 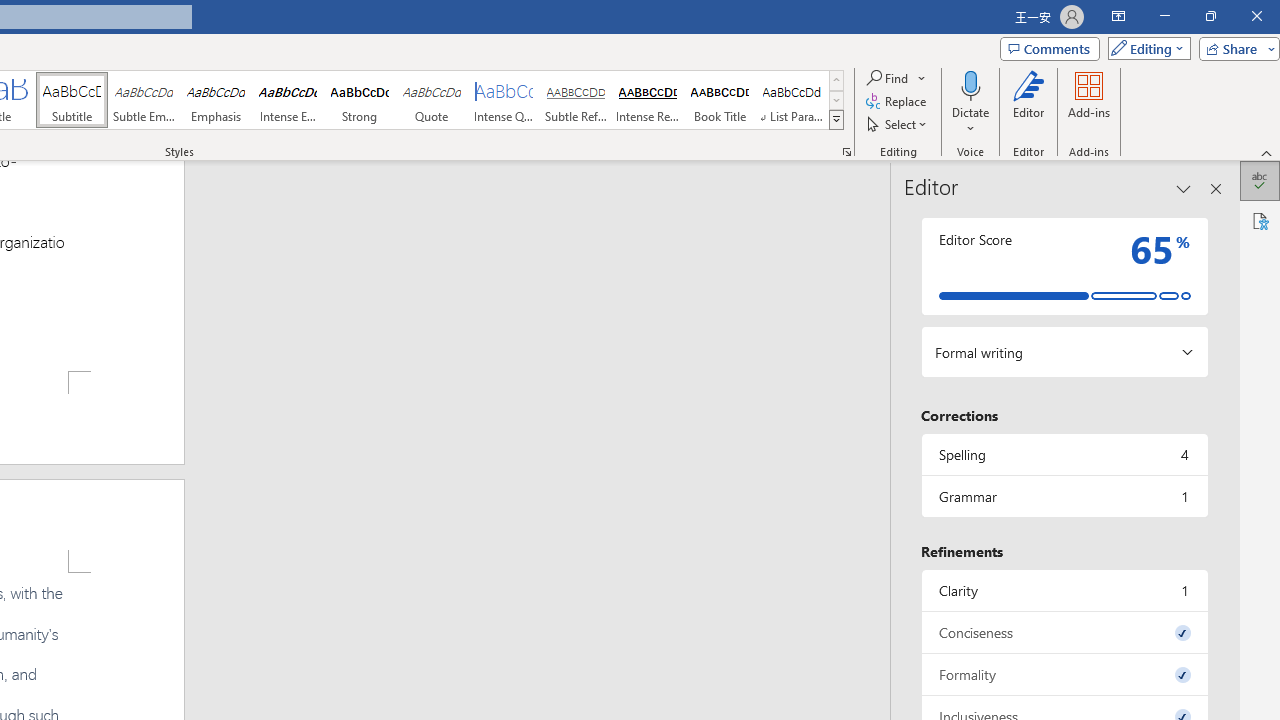 What do you see at coordinates (897, 124) in the screenshot?
I see `'Select'` at bounding box center [897, 124].